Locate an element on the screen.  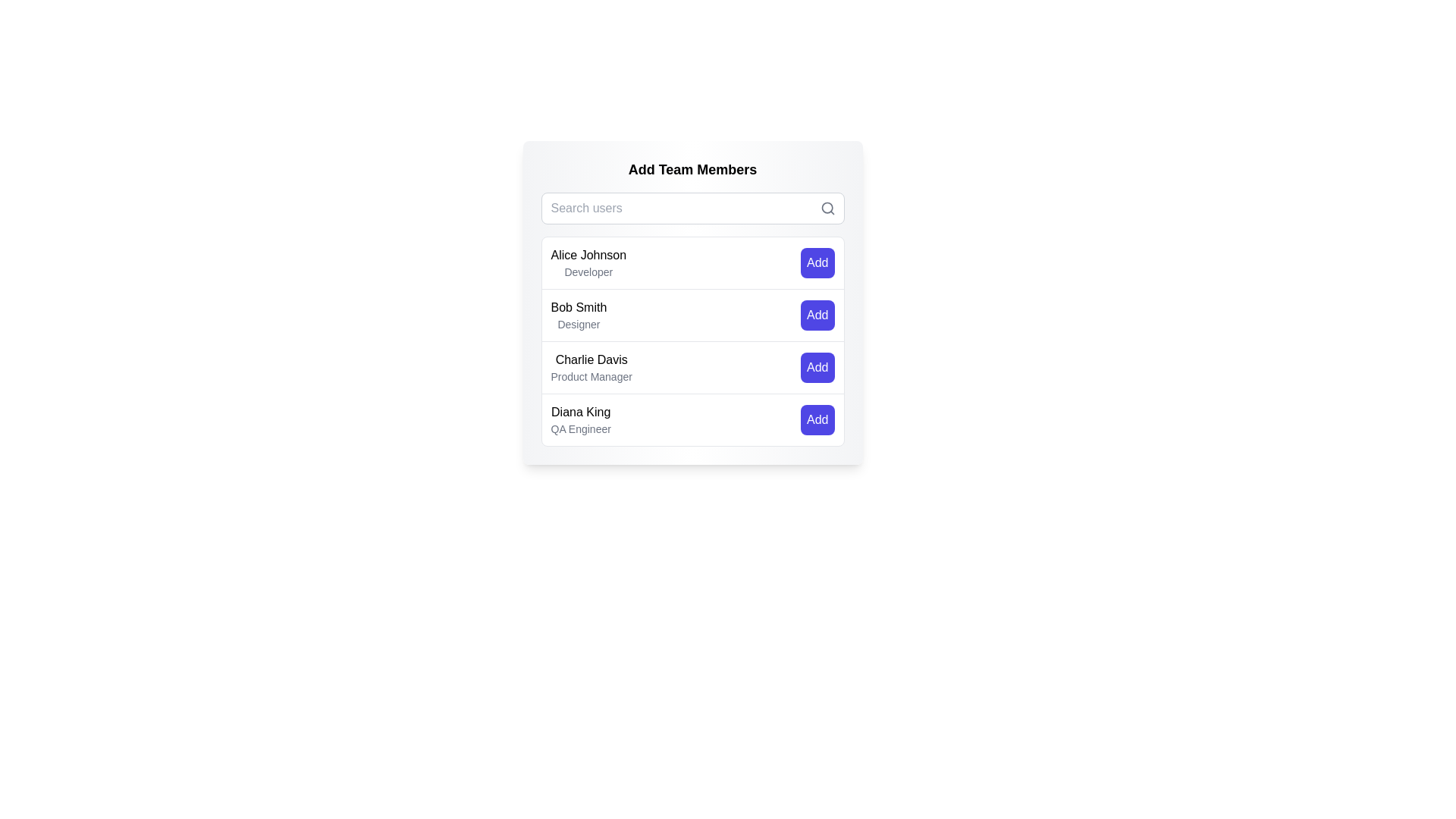
the Text Block displaying 'Alice Johnson' above 'Developer' in the first row of the 'Add Team Members' modal is located at coordinates (588, 262).